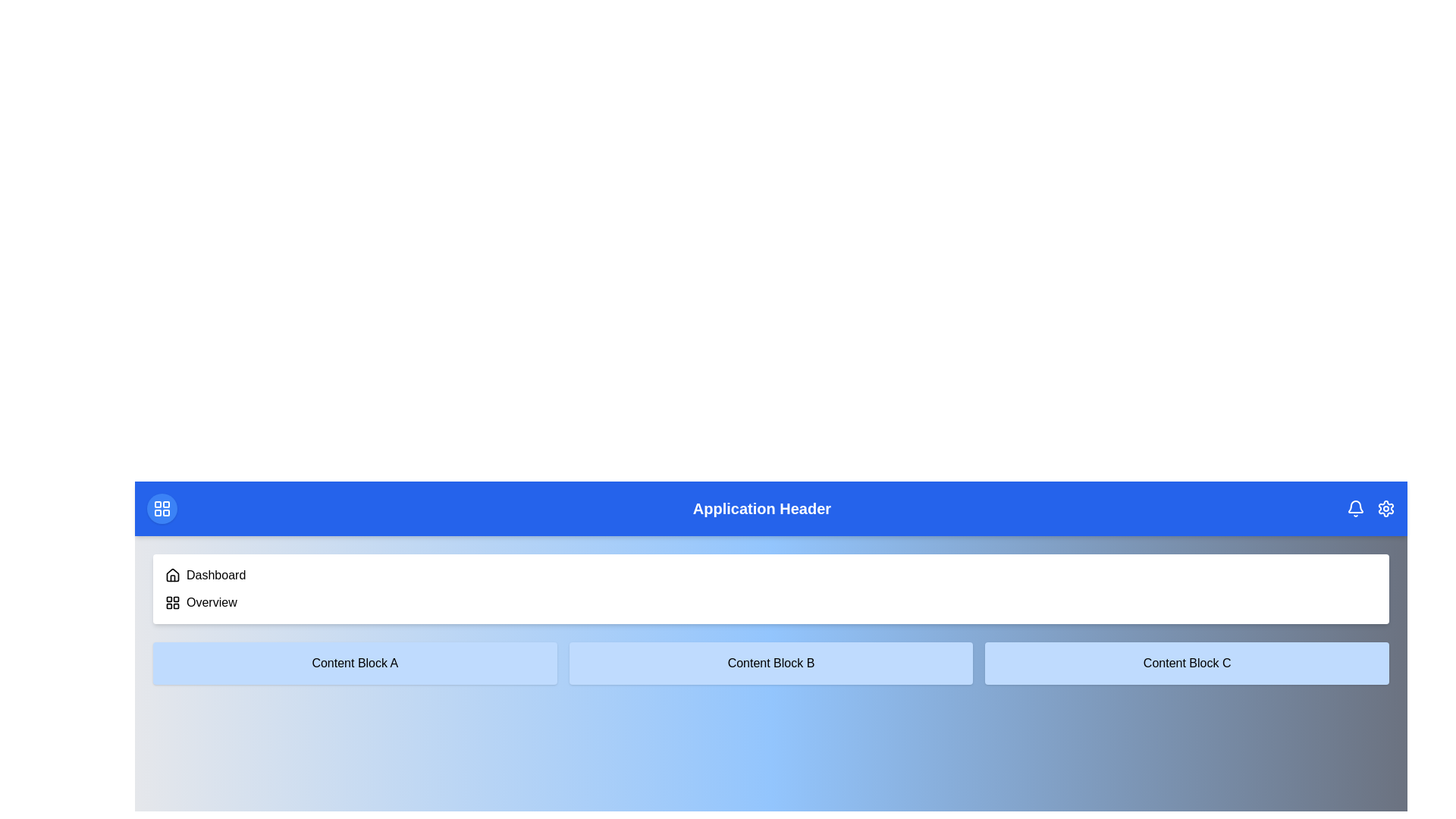 This screenshot has width=1456, height=819. Describe the element at coordinates (1386, 509) in the screenshot. I see `the settings icon located at the top-right corner of the header` at that location.